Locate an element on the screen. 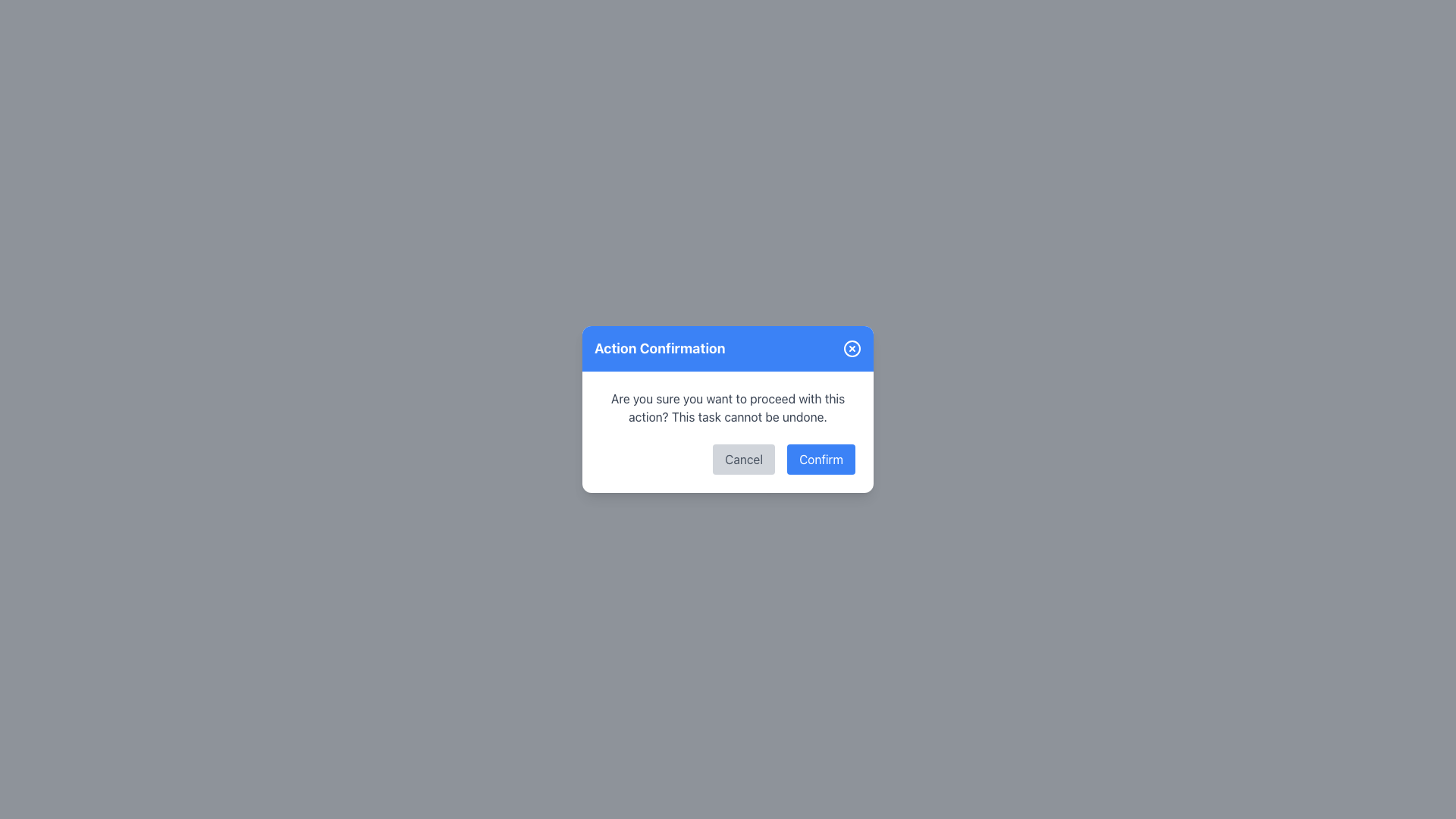  the circular icon button with a cross mark in the center located in the top-right corner of the 'Action Confirmation' modal header is located at coordinates (852, 348).